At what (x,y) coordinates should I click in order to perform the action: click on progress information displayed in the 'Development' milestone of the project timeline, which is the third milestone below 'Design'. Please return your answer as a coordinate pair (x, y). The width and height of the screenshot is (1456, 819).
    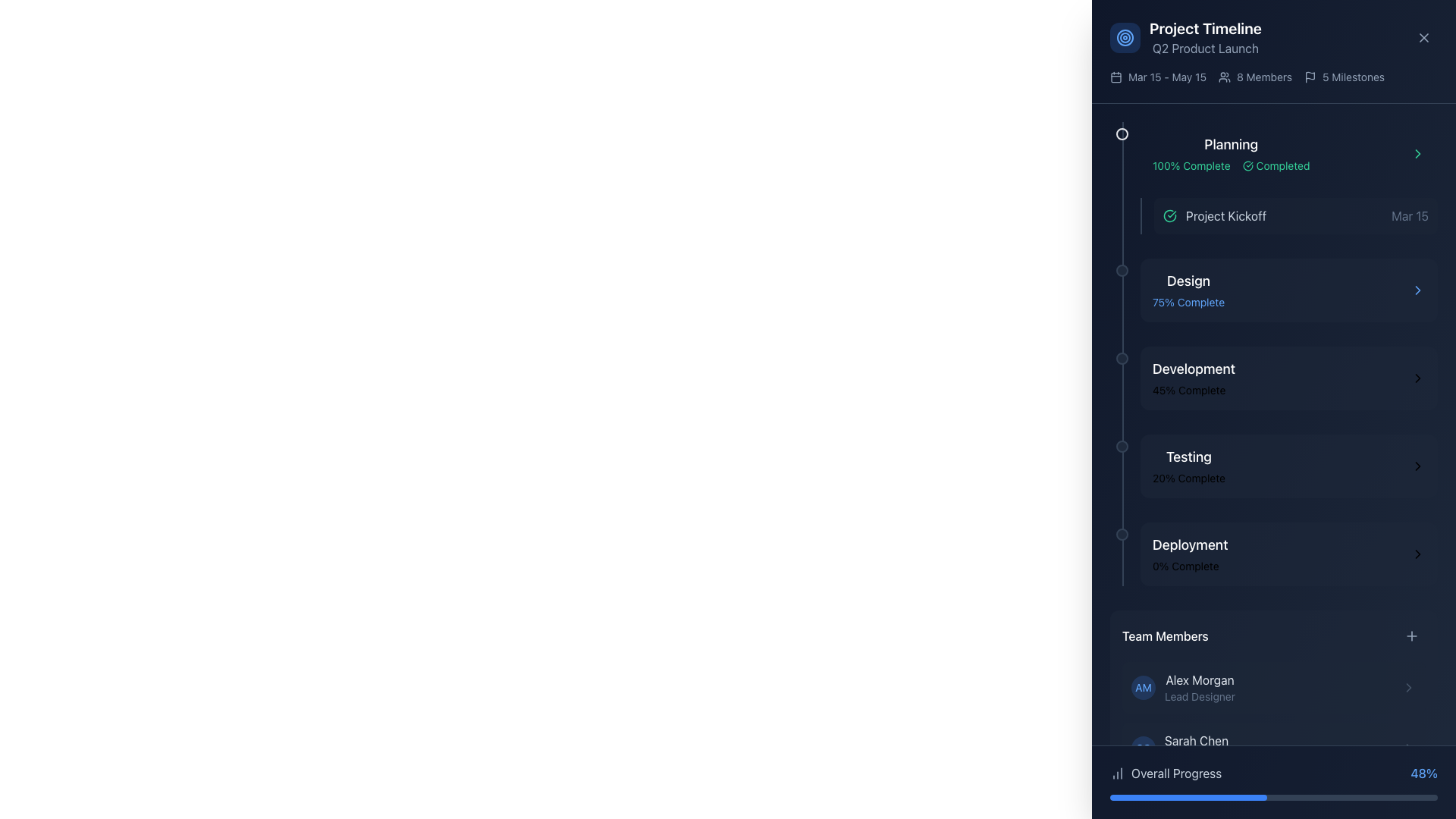
    Looking at the image, I should click on (1193, 377).